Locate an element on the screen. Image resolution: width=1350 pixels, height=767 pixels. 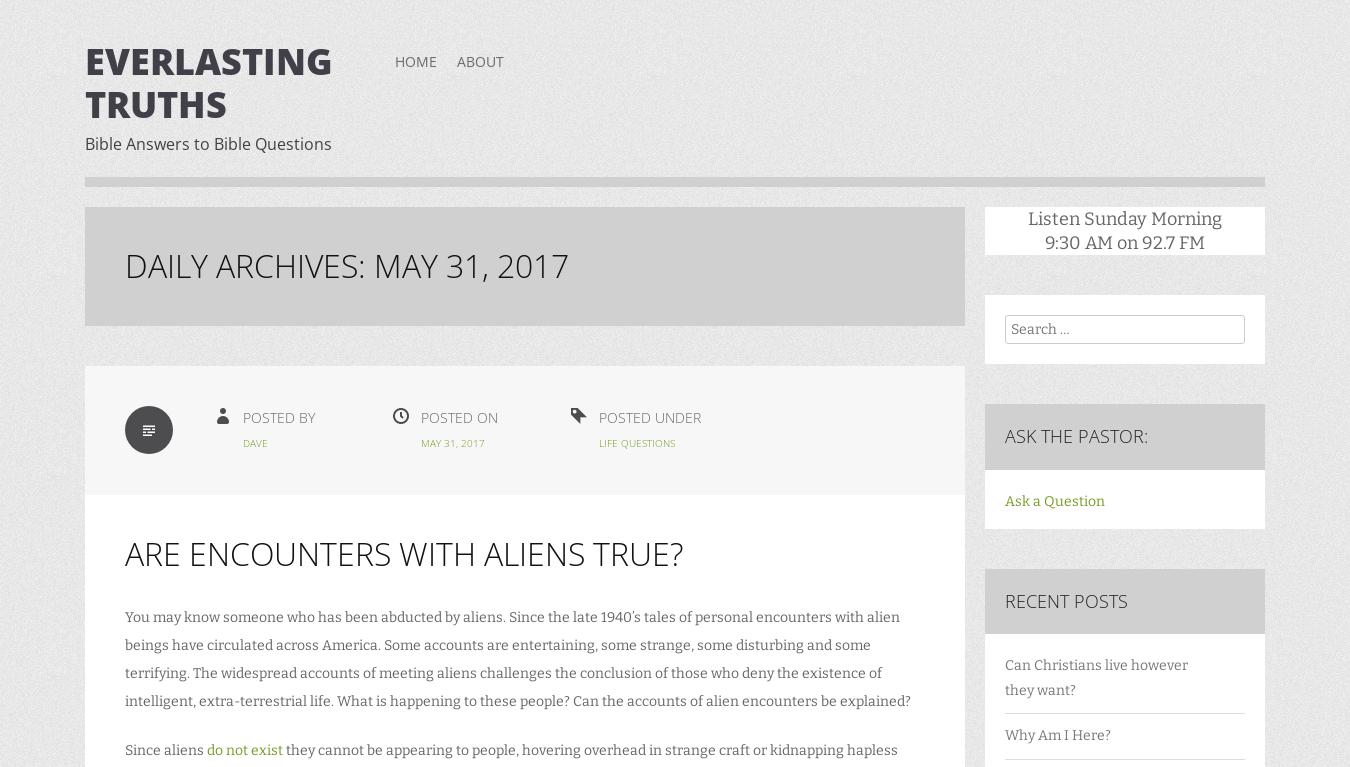
'Life Questions' is located at coordinates (598, 442).